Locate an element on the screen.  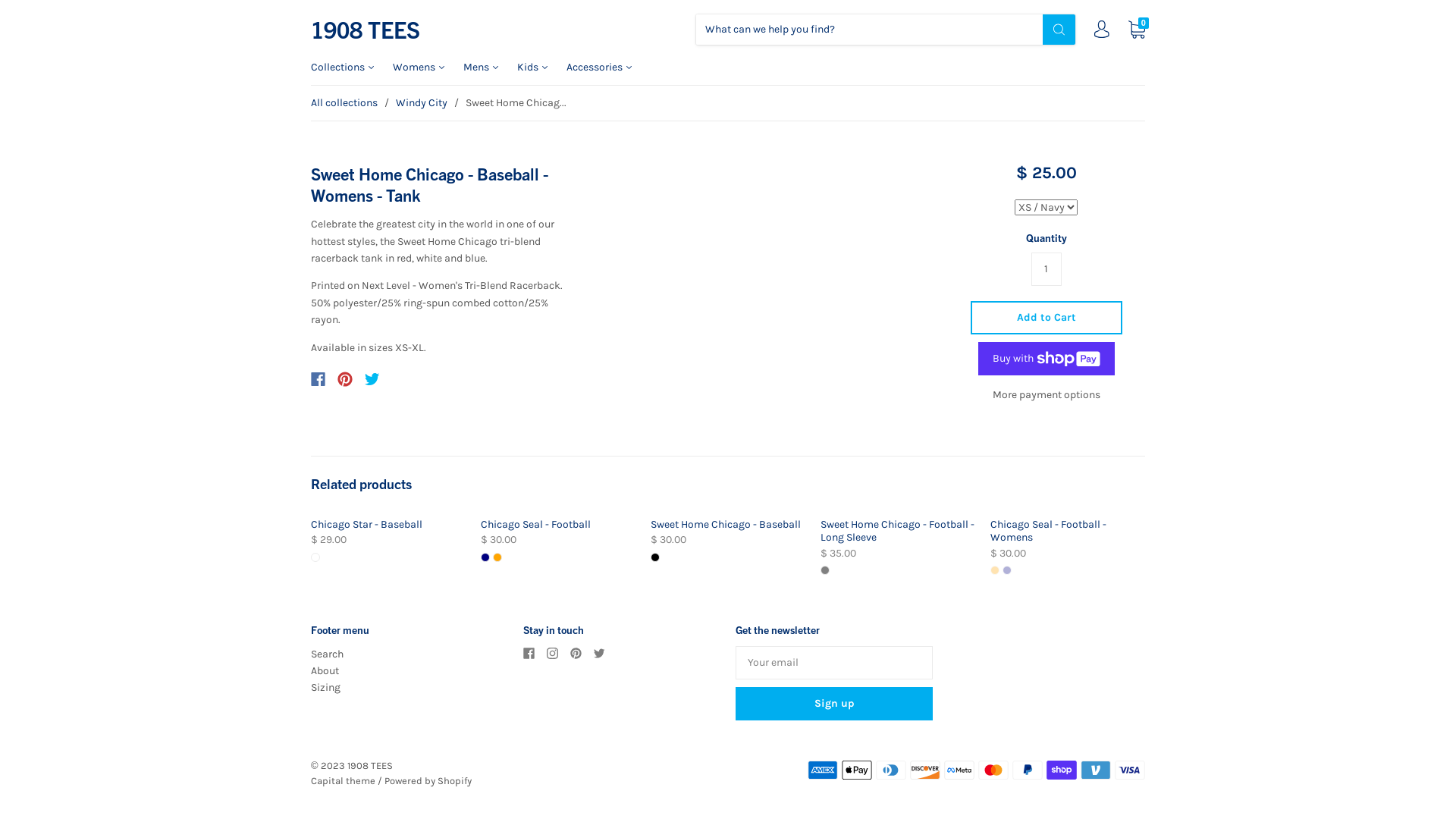
'Collections' is located at coordinates (351, 66).